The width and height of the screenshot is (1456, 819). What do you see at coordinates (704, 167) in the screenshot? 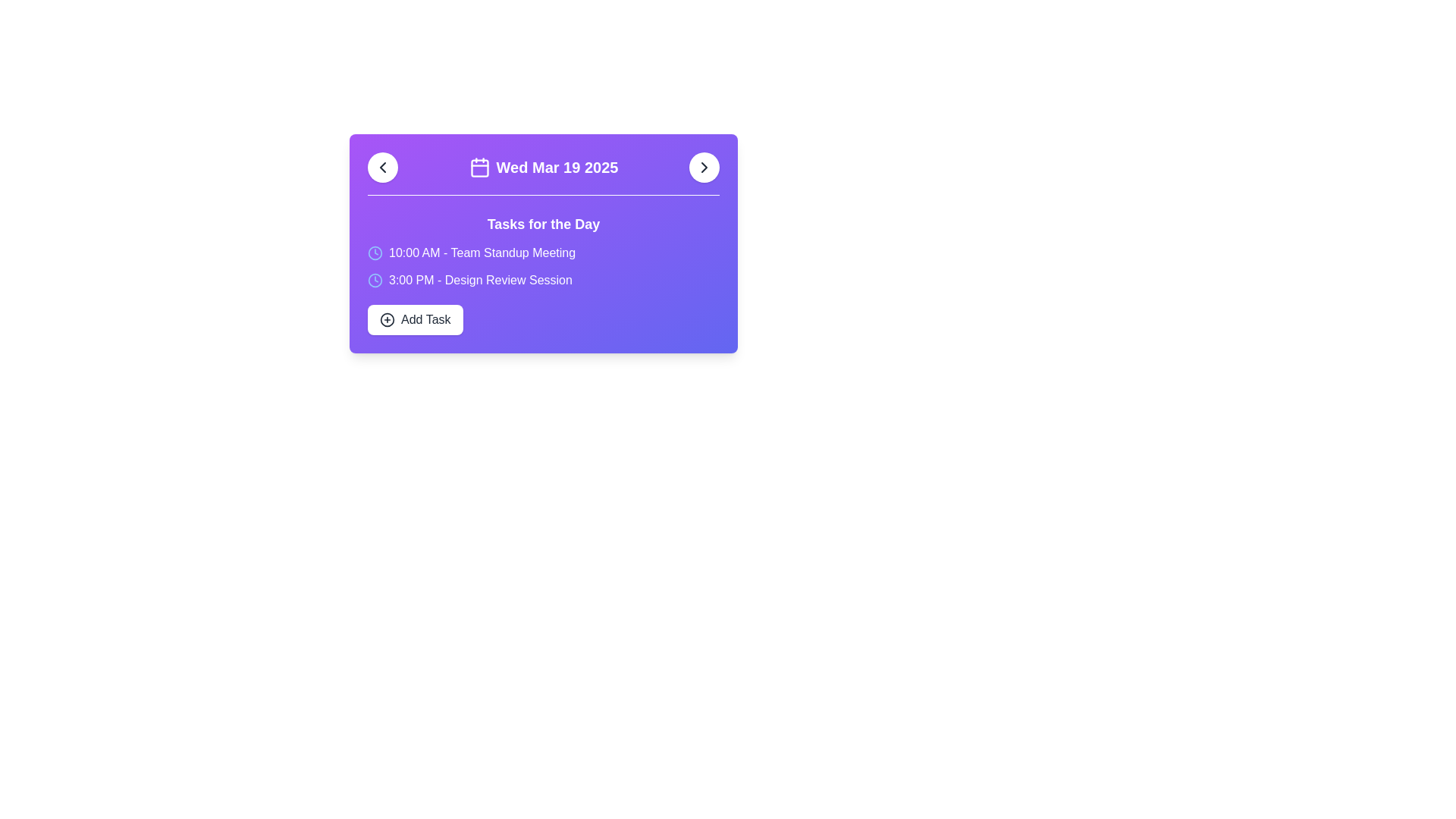
I see `the navigation arrow icon located in the top-right corner of the card-like section within the circular button-like structure` at bounding box center [704, 167].